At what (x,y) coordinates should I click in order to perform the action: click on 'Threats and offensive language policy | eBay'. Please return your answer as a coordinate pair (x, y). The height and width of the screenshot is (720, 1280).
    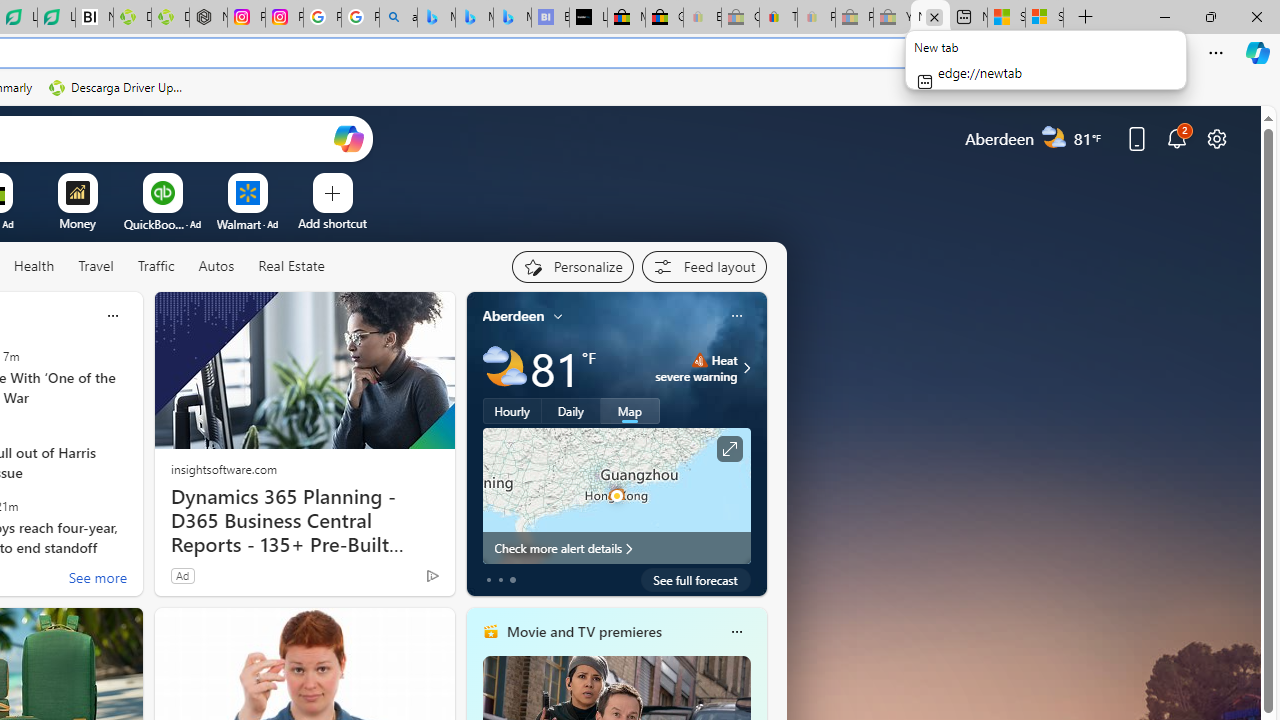
    Looking at the image, I should click on (777, 17).